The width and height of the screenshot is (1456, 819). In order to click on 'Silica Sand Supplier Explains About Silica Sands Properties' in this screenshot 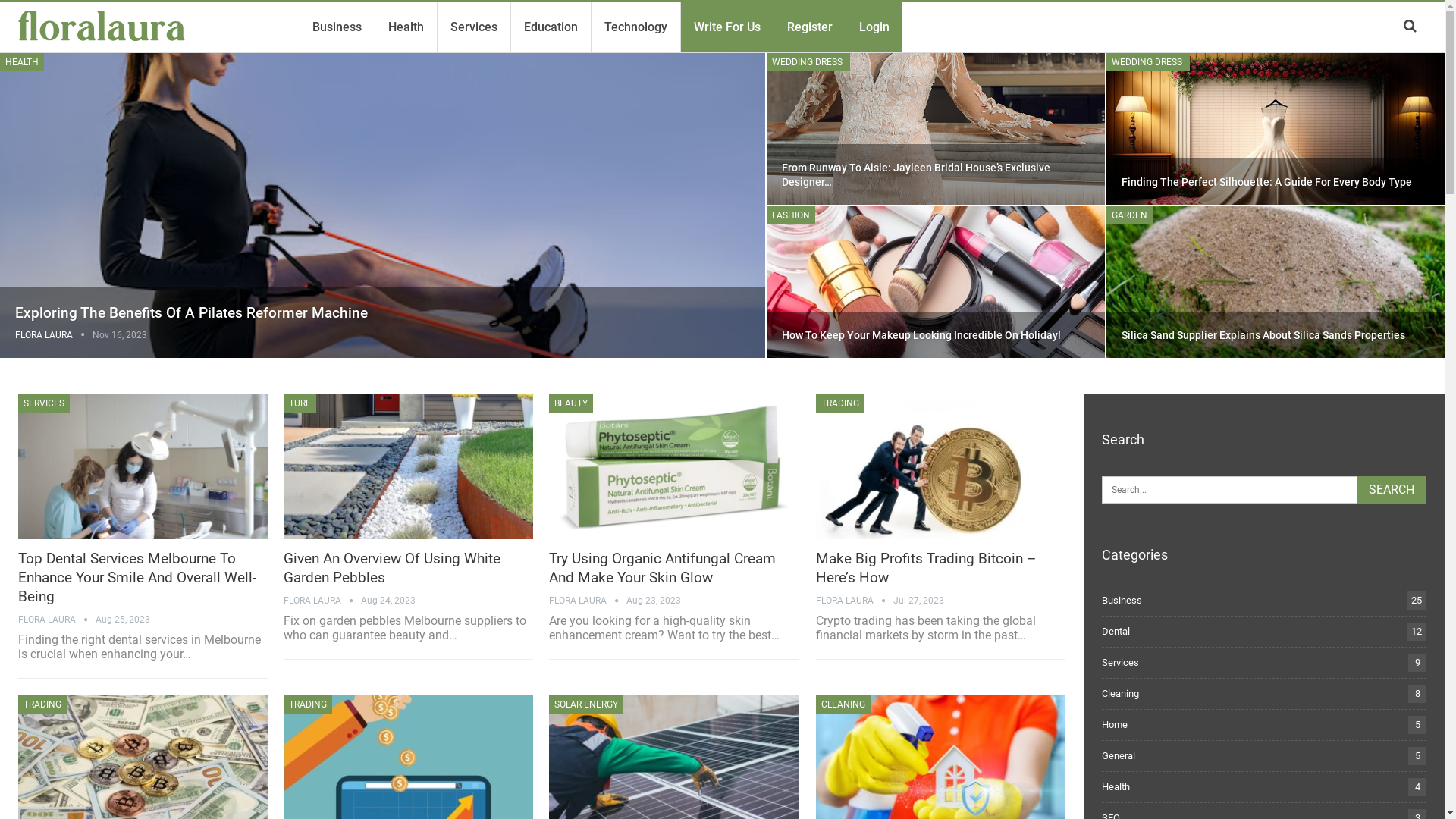, I will do `click(1263, 334)`.